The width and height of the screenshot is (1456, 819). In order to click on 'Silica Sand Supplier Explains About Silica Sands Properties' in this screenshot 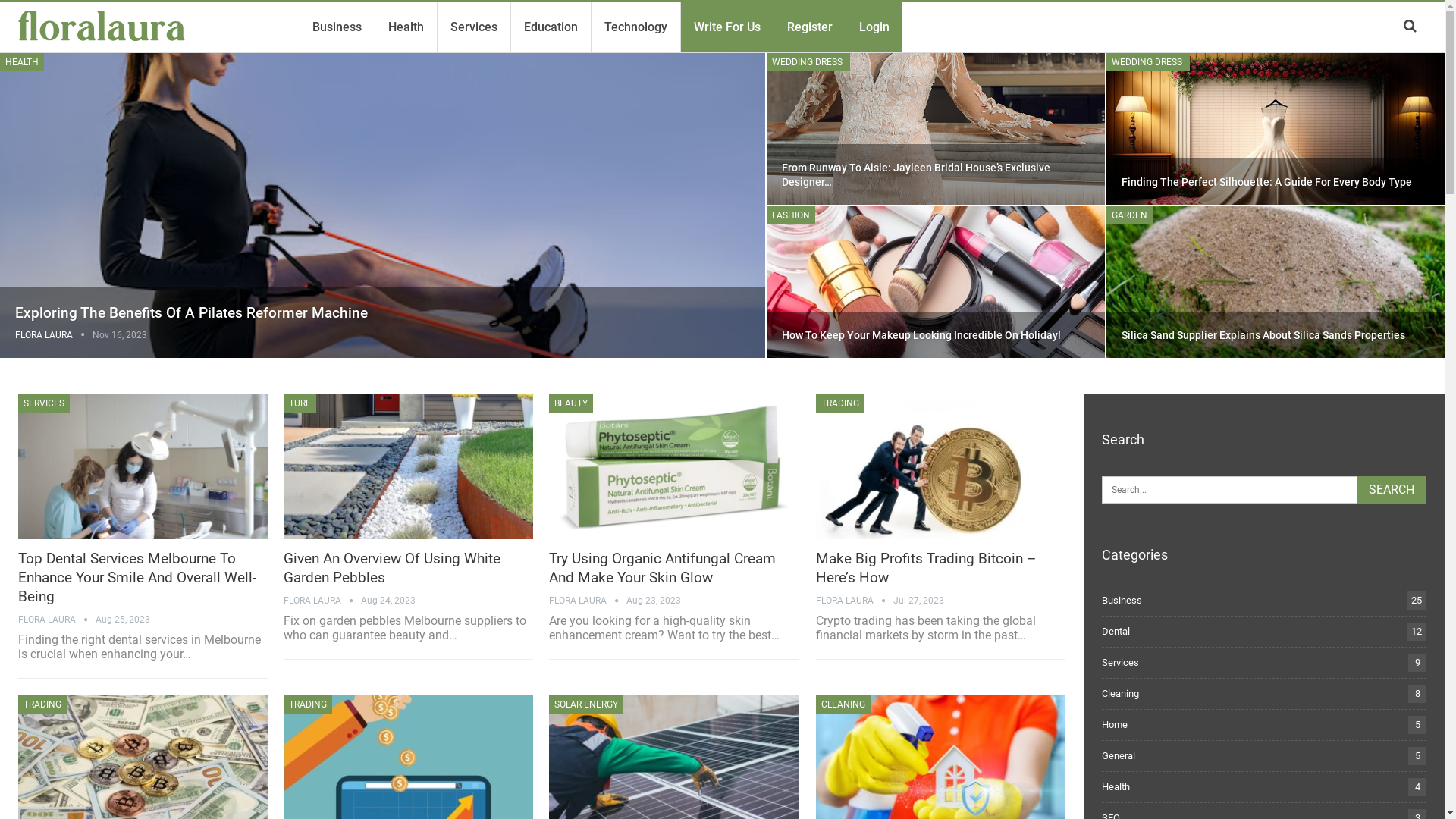, I will do `click(1263, 334)`.